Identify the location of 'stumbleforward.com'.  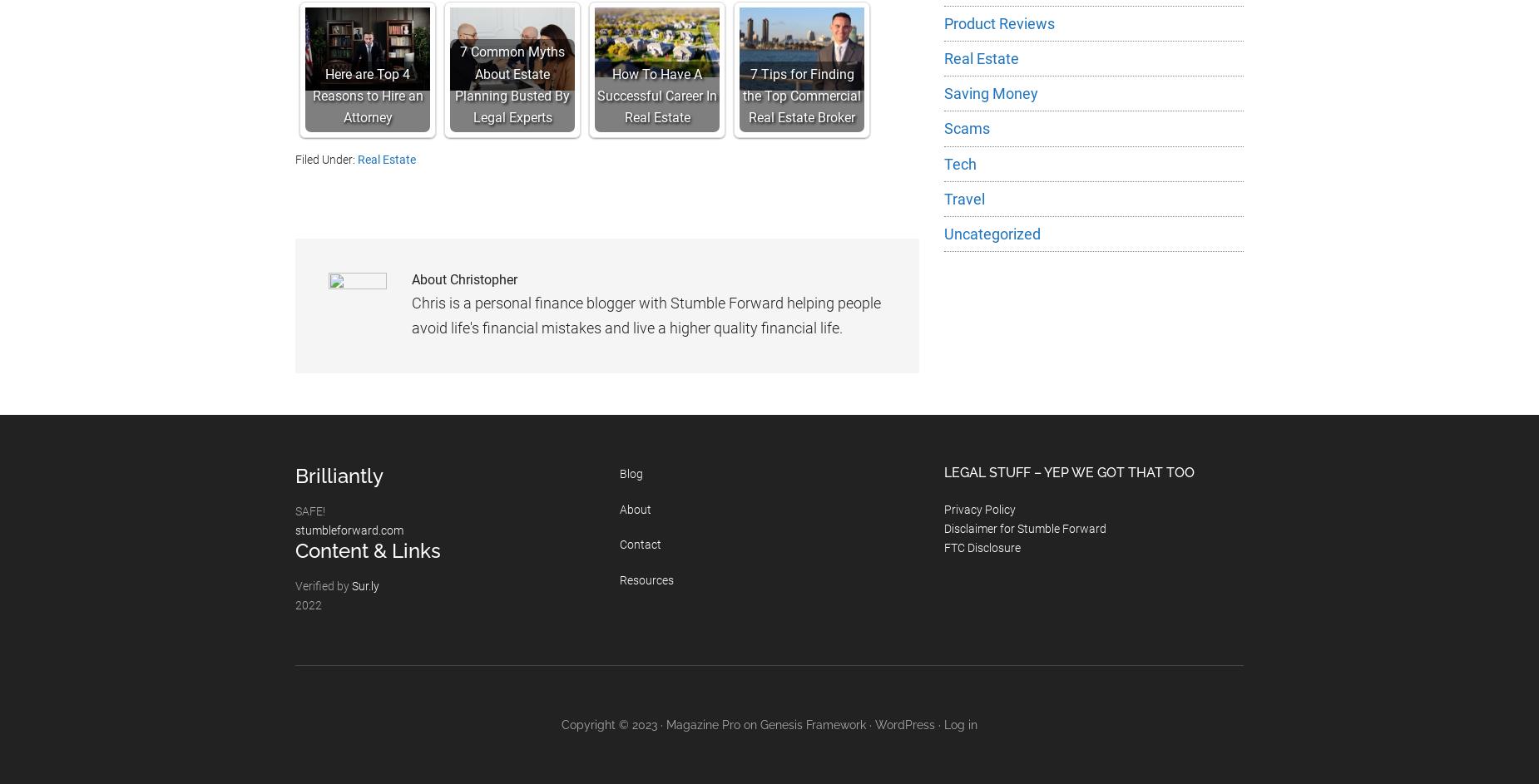
(348, 529).